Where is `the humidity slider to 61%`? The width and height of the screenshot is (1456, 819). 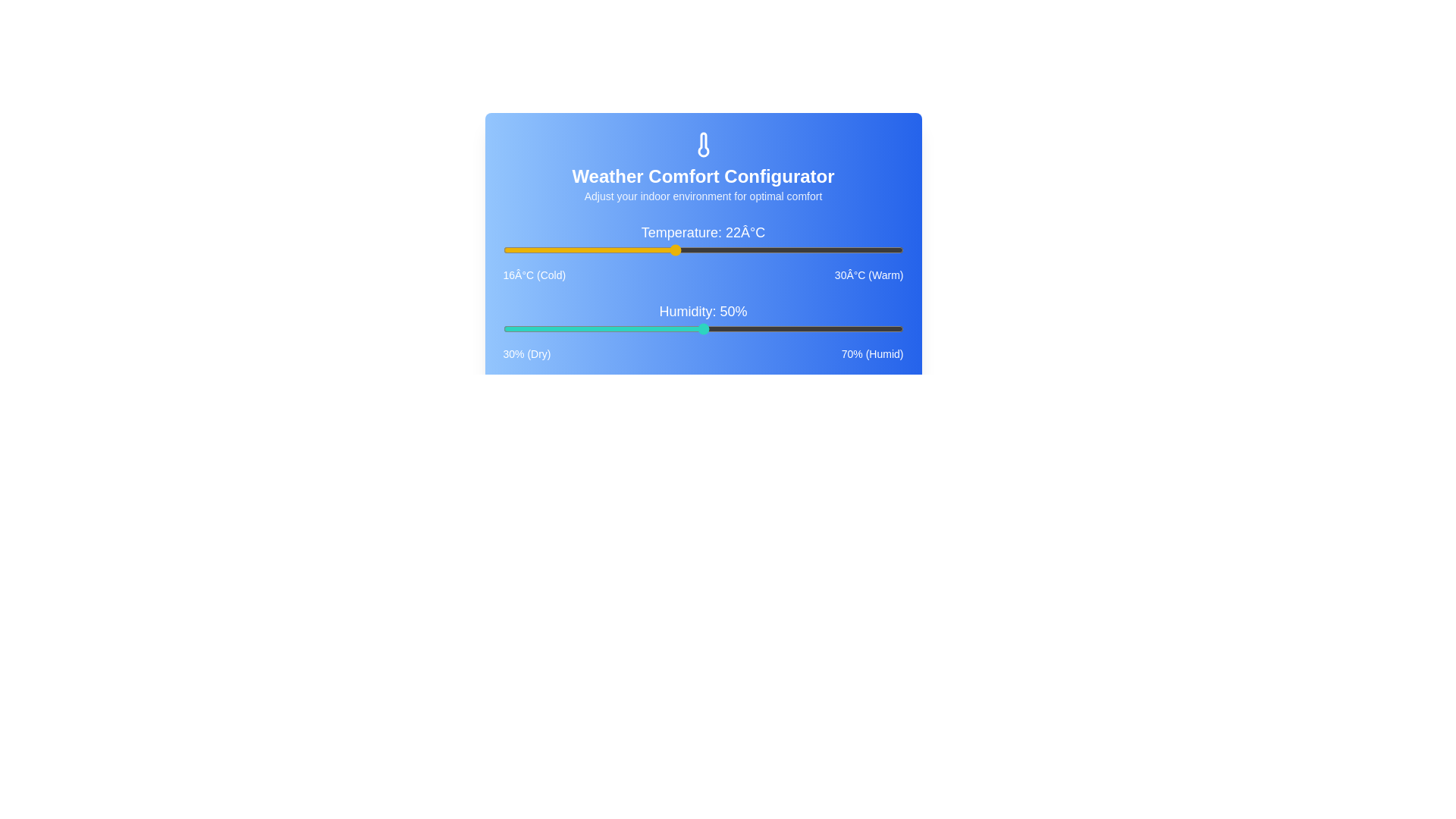 the humidity slider to 61% is located at coordinates (812, 328).